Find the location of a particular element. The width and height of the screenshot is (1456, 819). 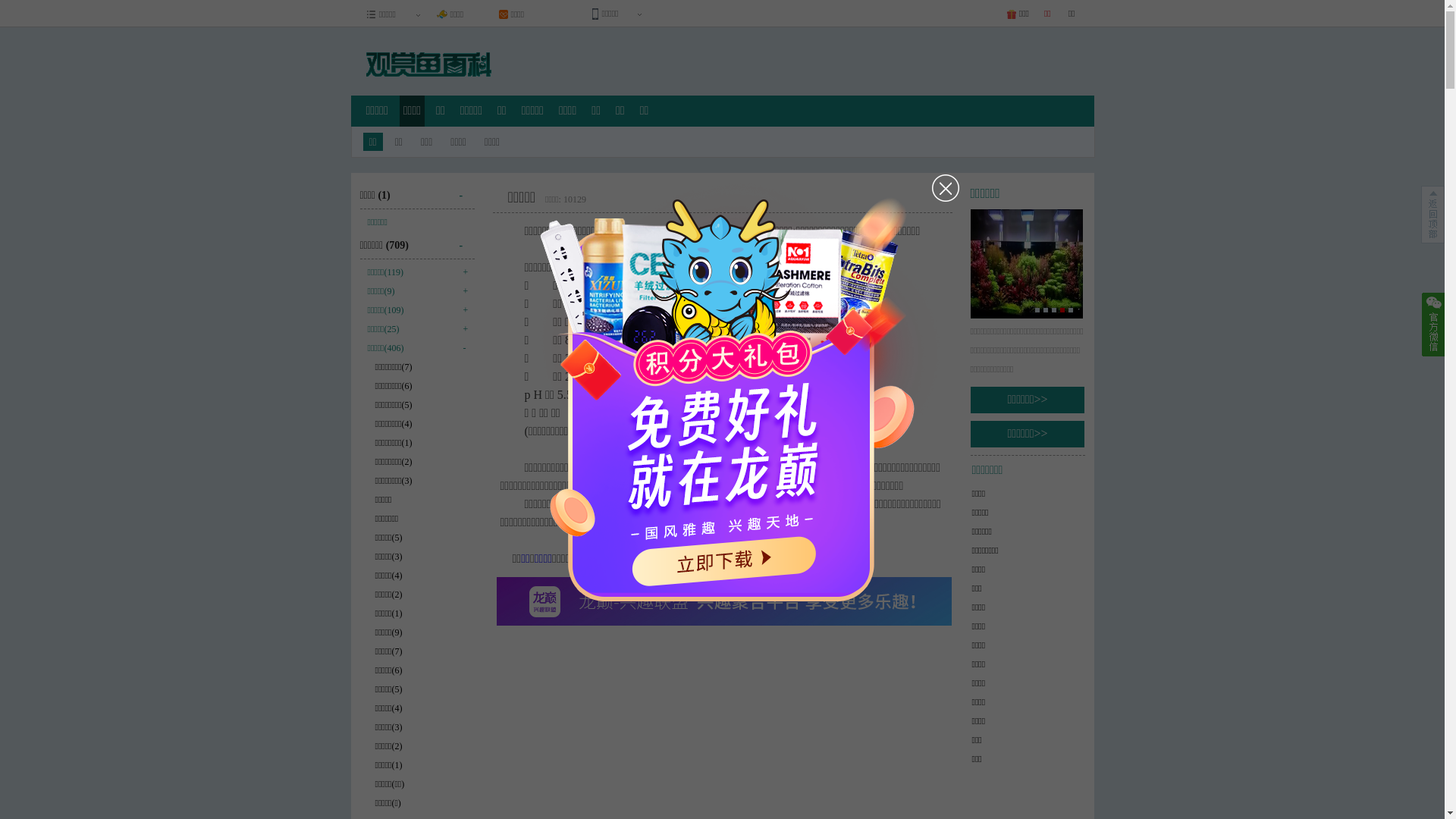

'+' is located at coordinates (461, 270).